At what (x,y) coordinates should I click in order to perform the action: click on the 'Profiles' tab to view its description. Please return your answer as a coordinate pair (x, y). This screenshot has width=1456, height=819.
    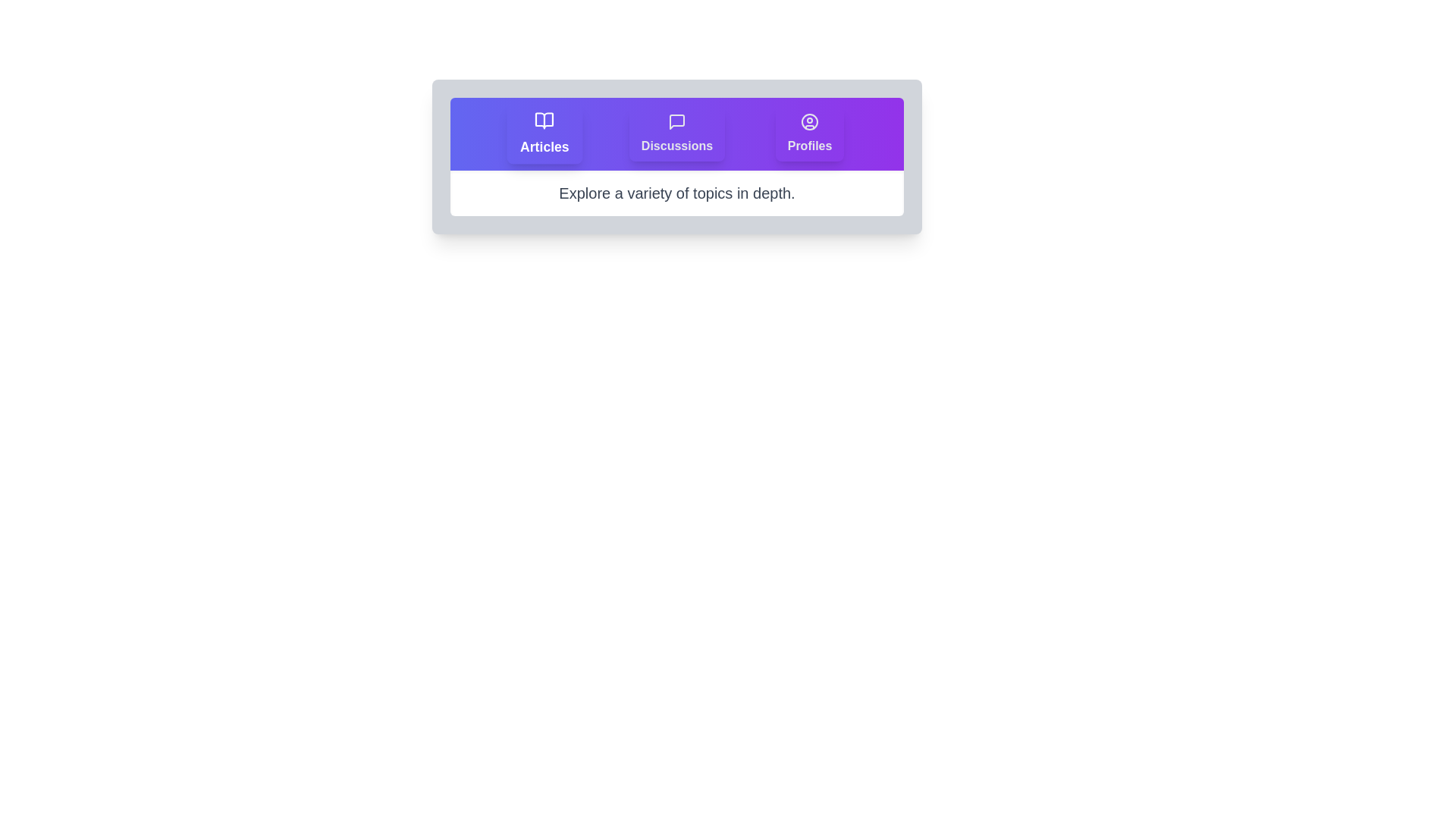
    Looking at the image, I should click on (809, 133).